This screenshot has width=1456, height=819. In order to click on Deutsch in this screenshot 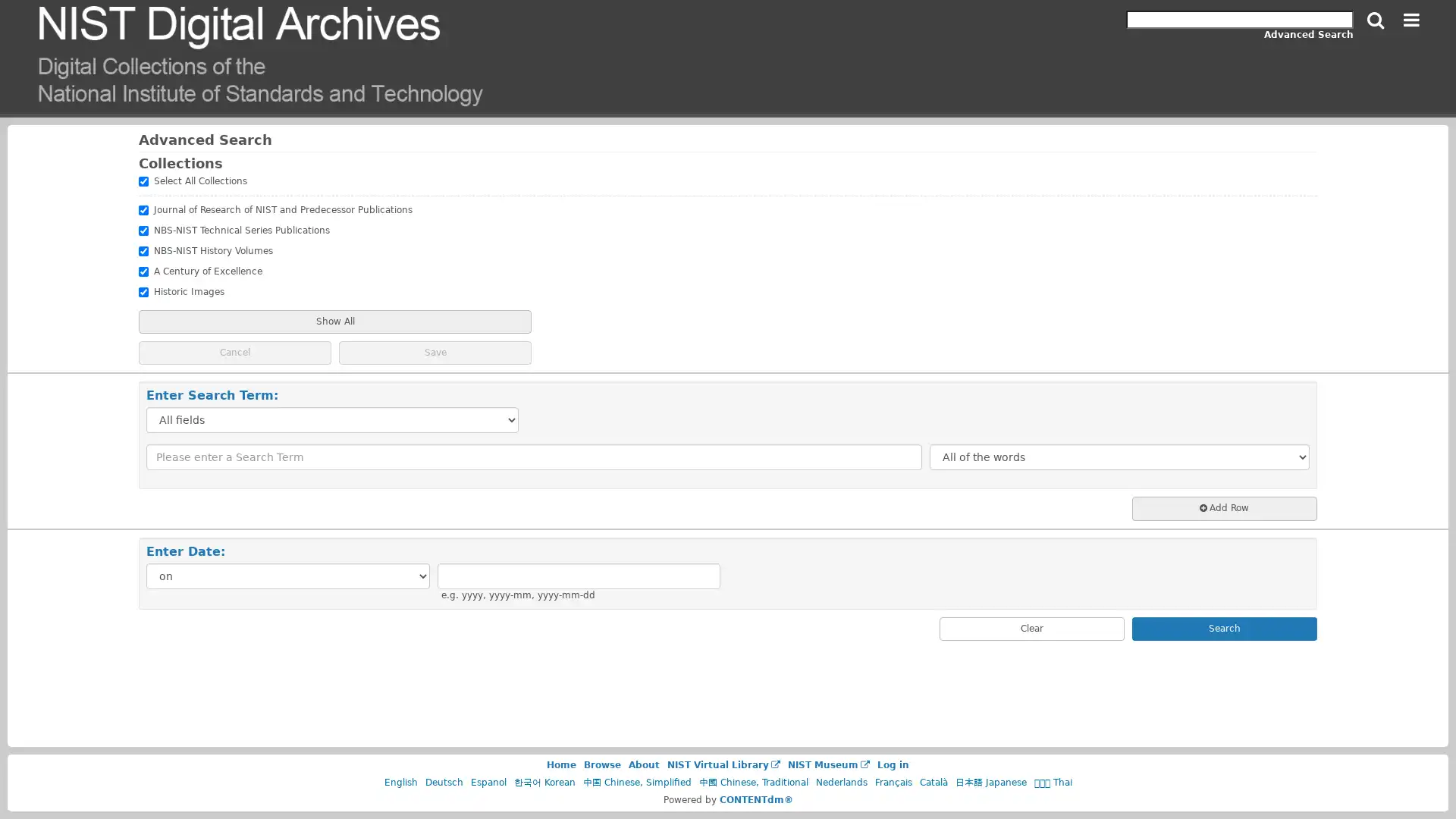, I will do `click(443, 783)`.